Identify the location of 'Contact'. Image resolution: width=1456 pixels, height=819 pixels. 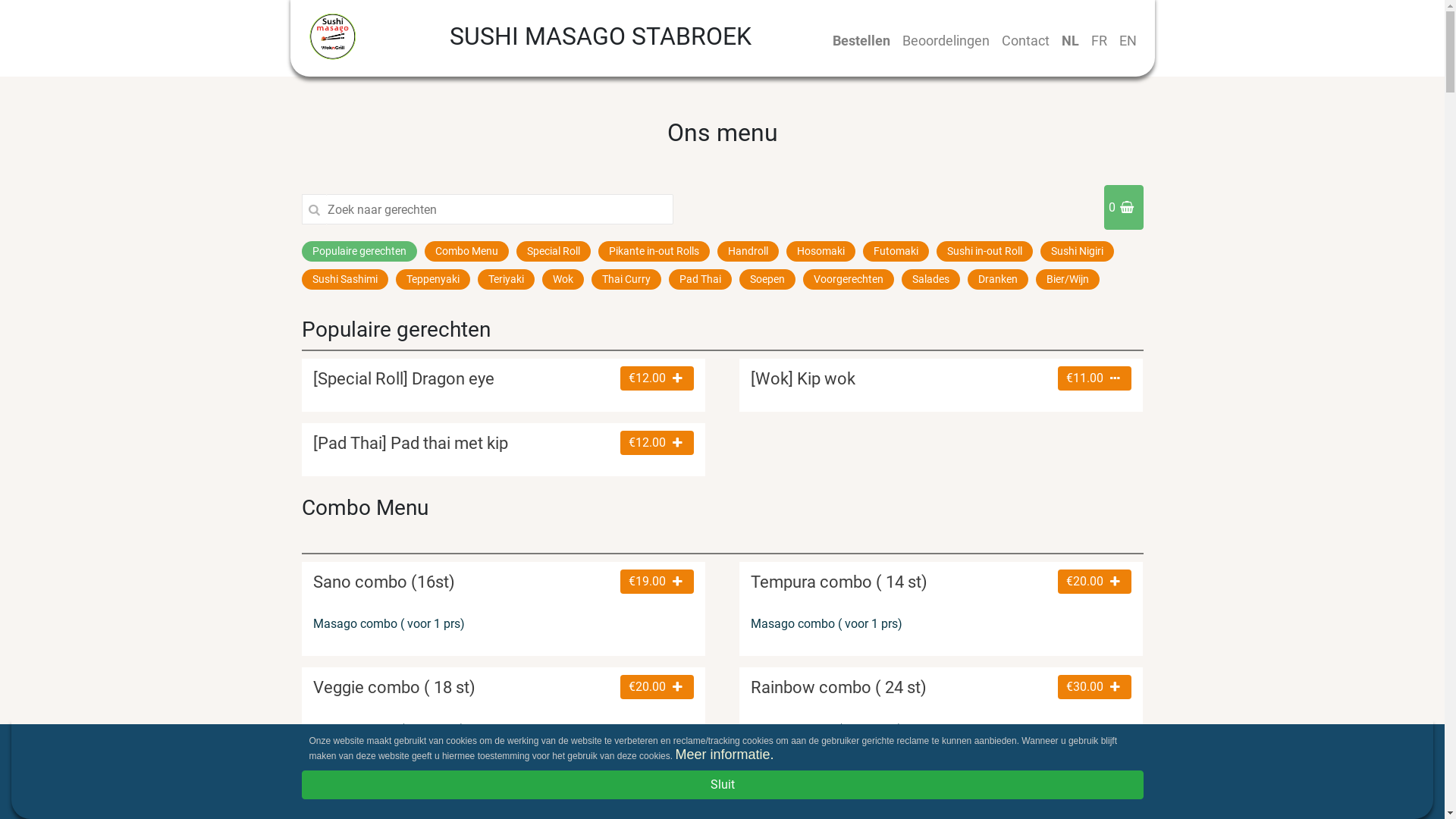
(1025, 39).